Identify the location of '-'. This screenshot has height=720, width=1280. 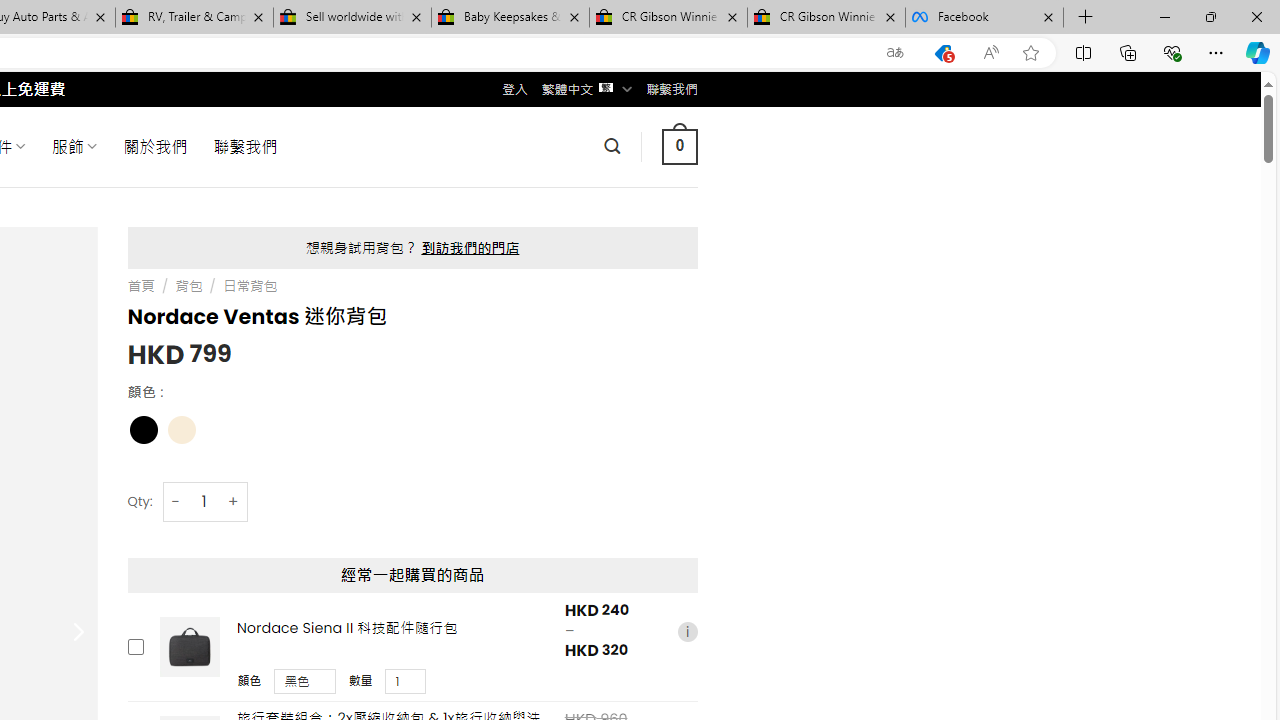
(176, 500).